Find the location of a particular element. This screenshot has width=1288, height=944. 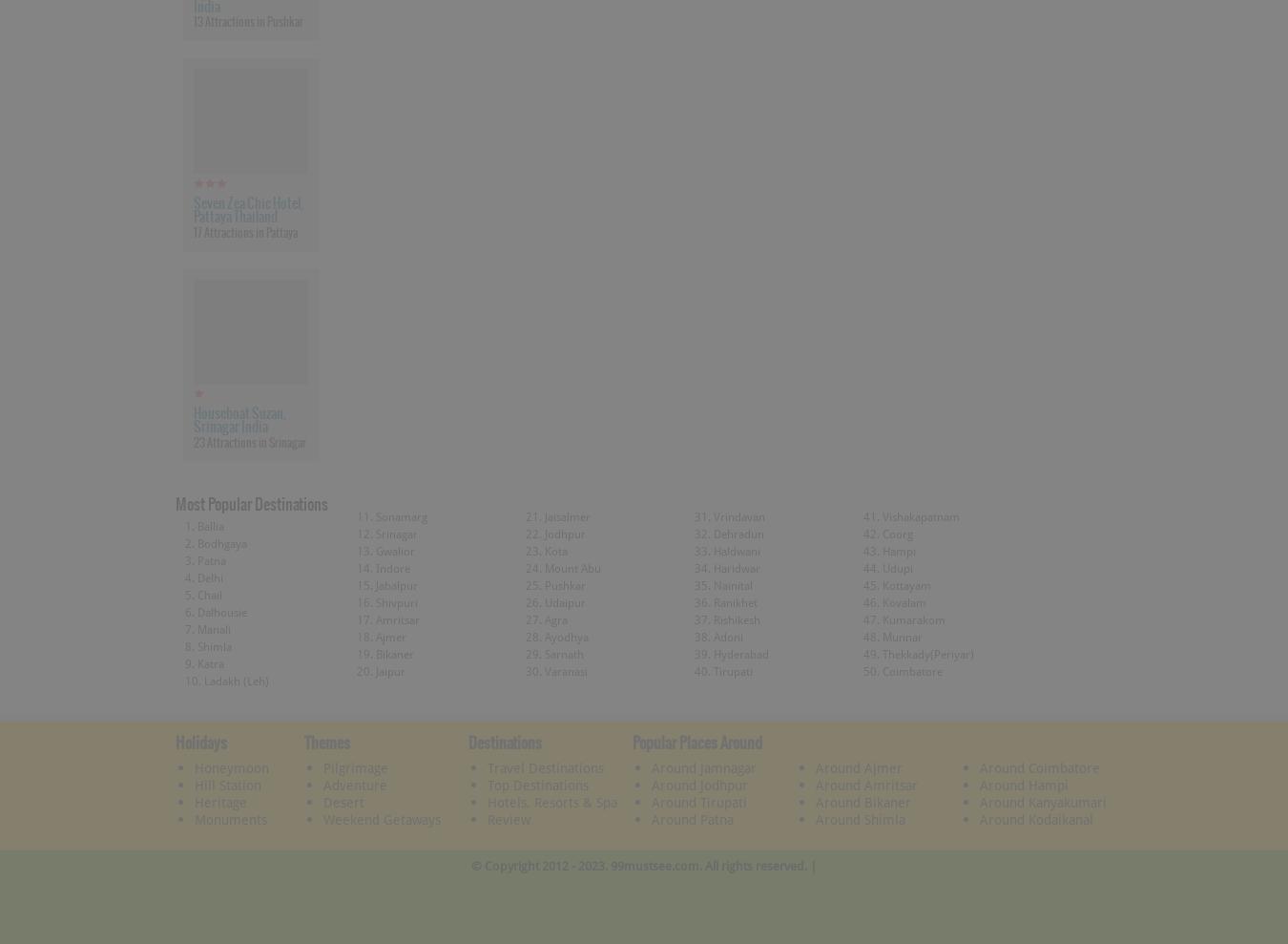

'Themes' is located at coordinates (325, 740).